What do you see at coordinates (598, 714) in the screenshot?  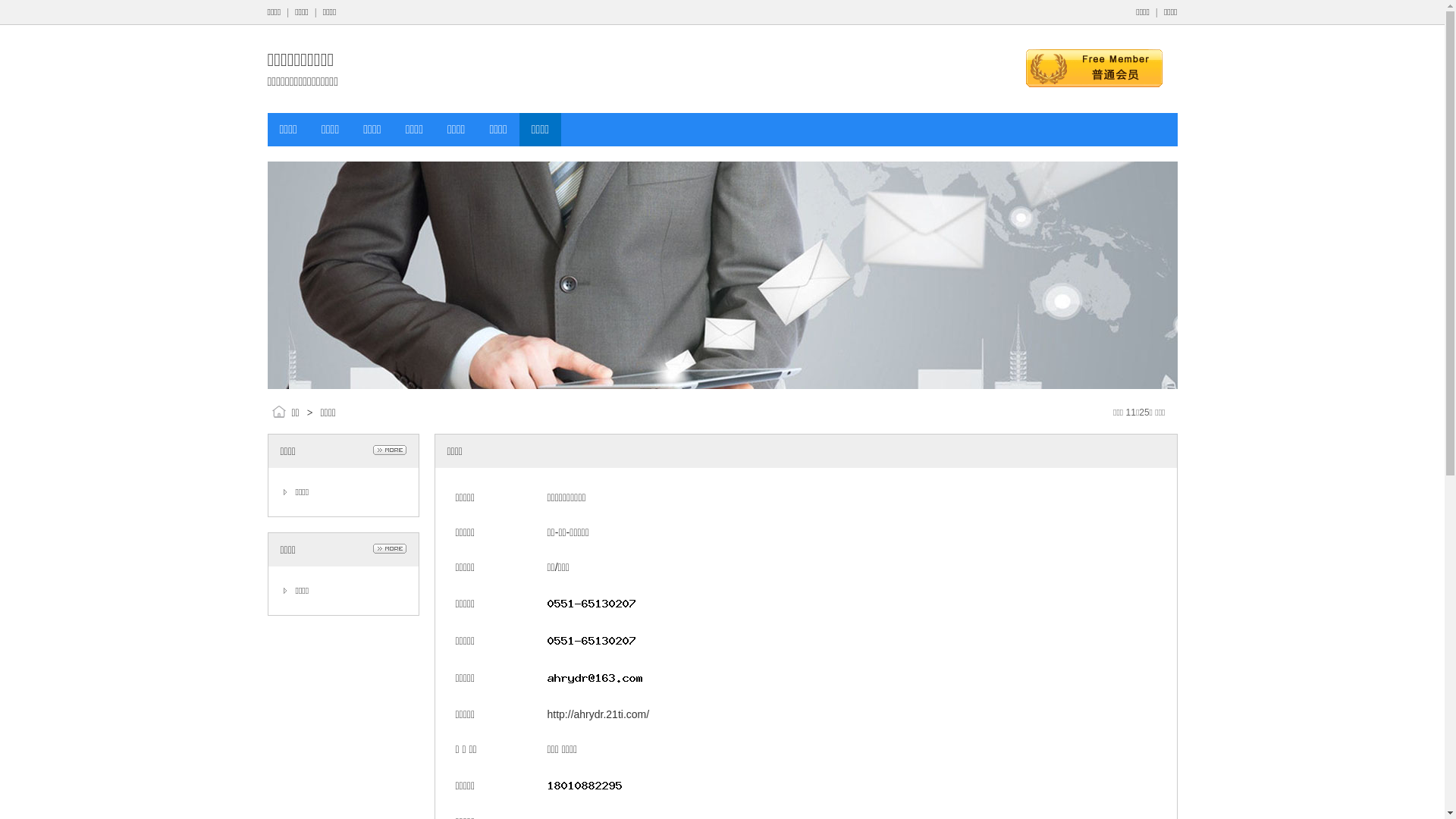 I see `'http://ahrydr.21ti.com/'` at bounding box center [598, 714].